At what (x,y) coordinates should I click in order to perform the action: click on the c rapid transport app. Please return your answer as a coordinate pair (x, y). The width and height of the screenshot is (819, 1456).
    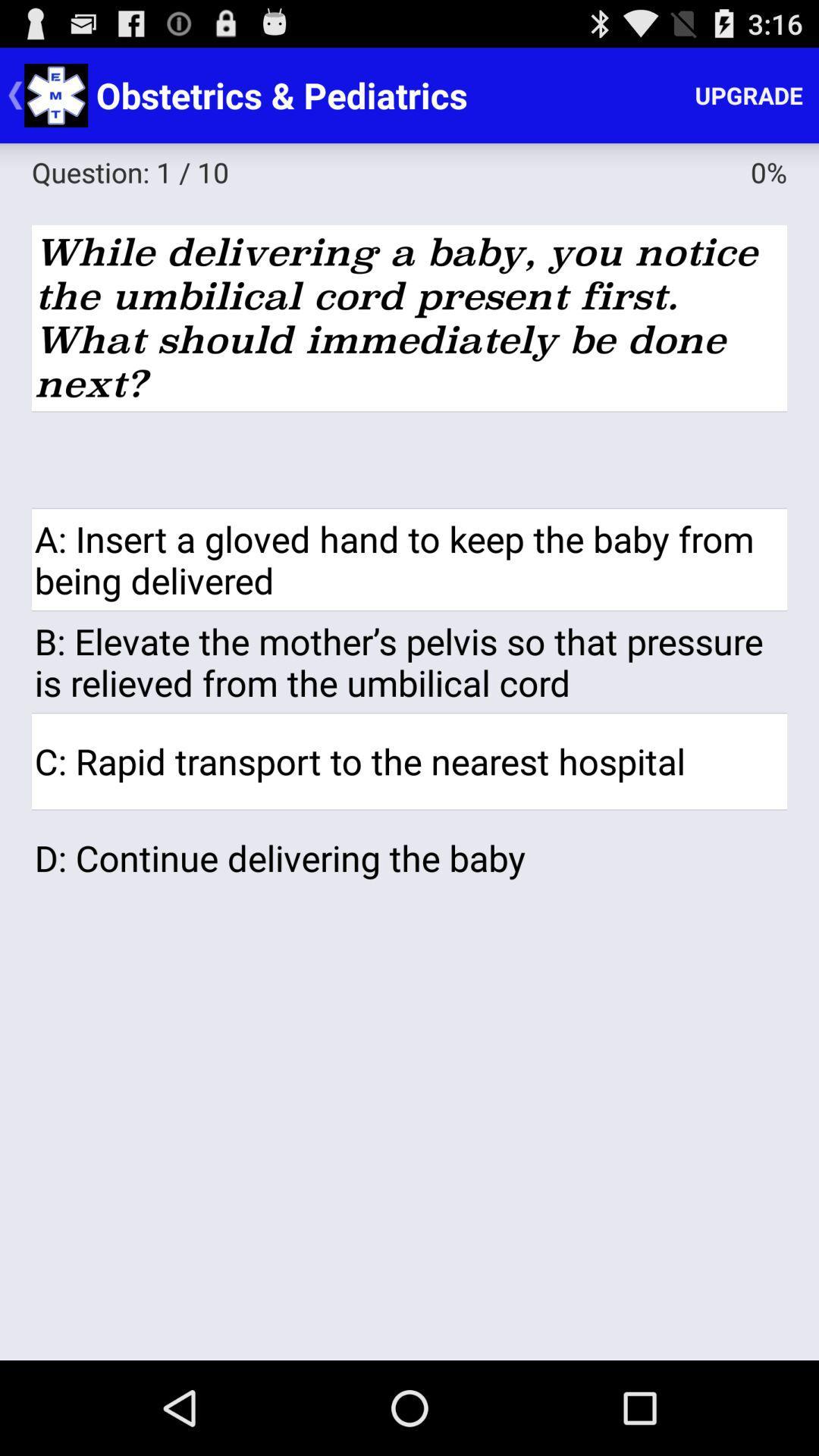
    Looking at the image, I should click on (409, 761).